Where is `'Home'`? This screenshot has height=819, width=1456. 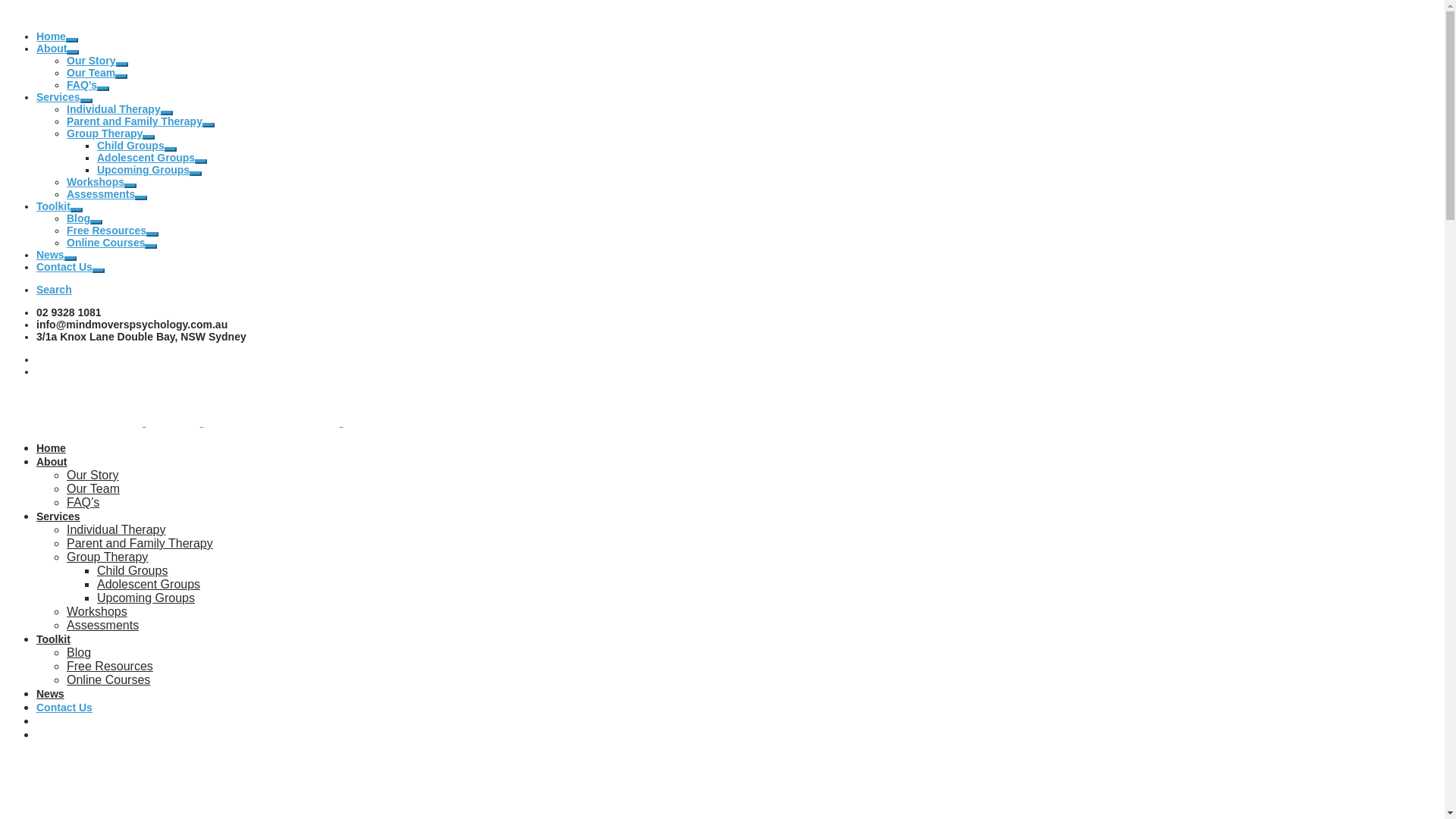
'Home' is located at coordinates (36, 35).